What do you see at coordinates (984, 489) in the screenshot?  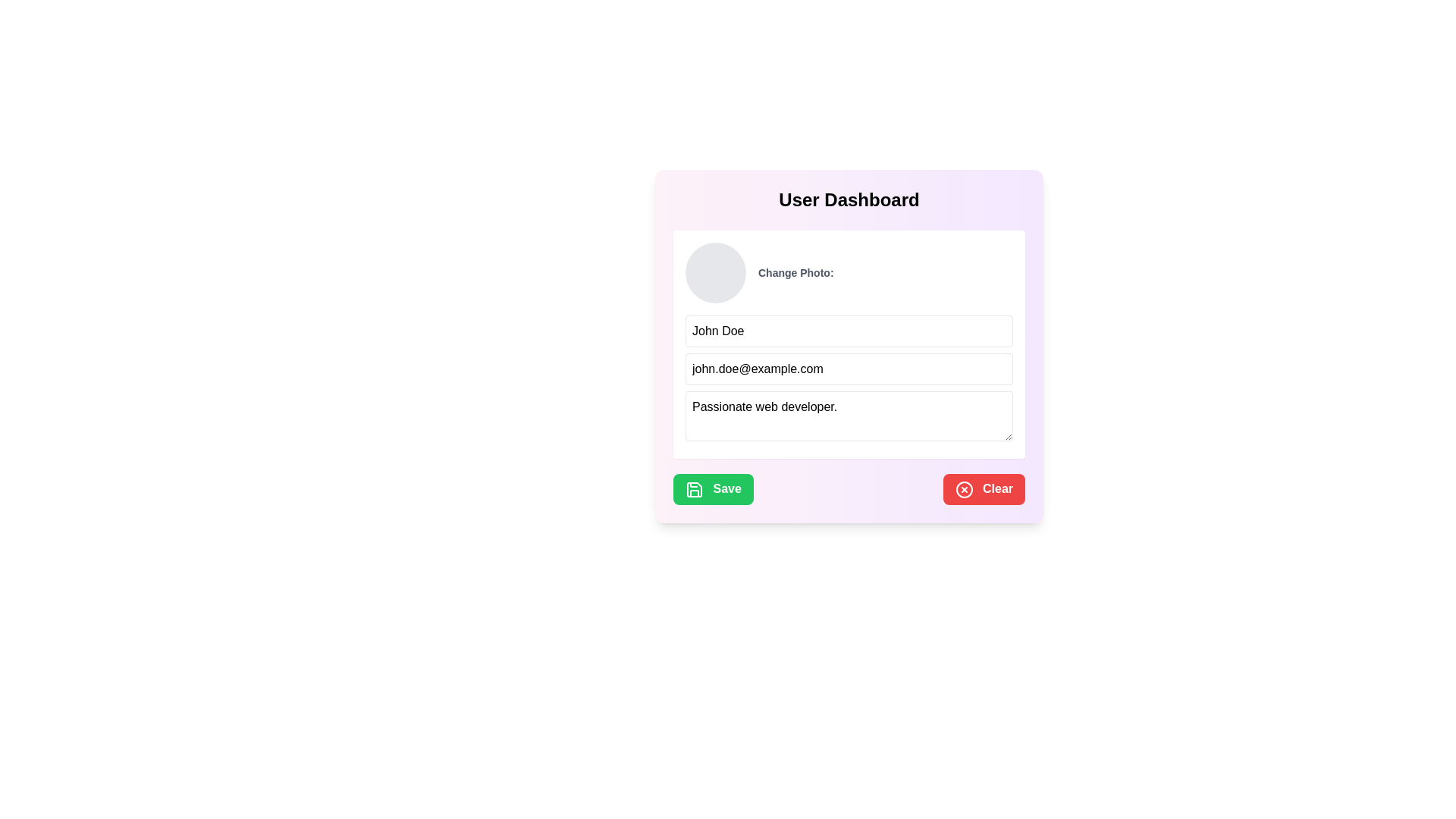 I see `the 'Clear' button located at the bottom-right corner of the 'User Dashboard' section, which is styled in red with white bold text and an 'X' icon` at bounding box center [984, 489].